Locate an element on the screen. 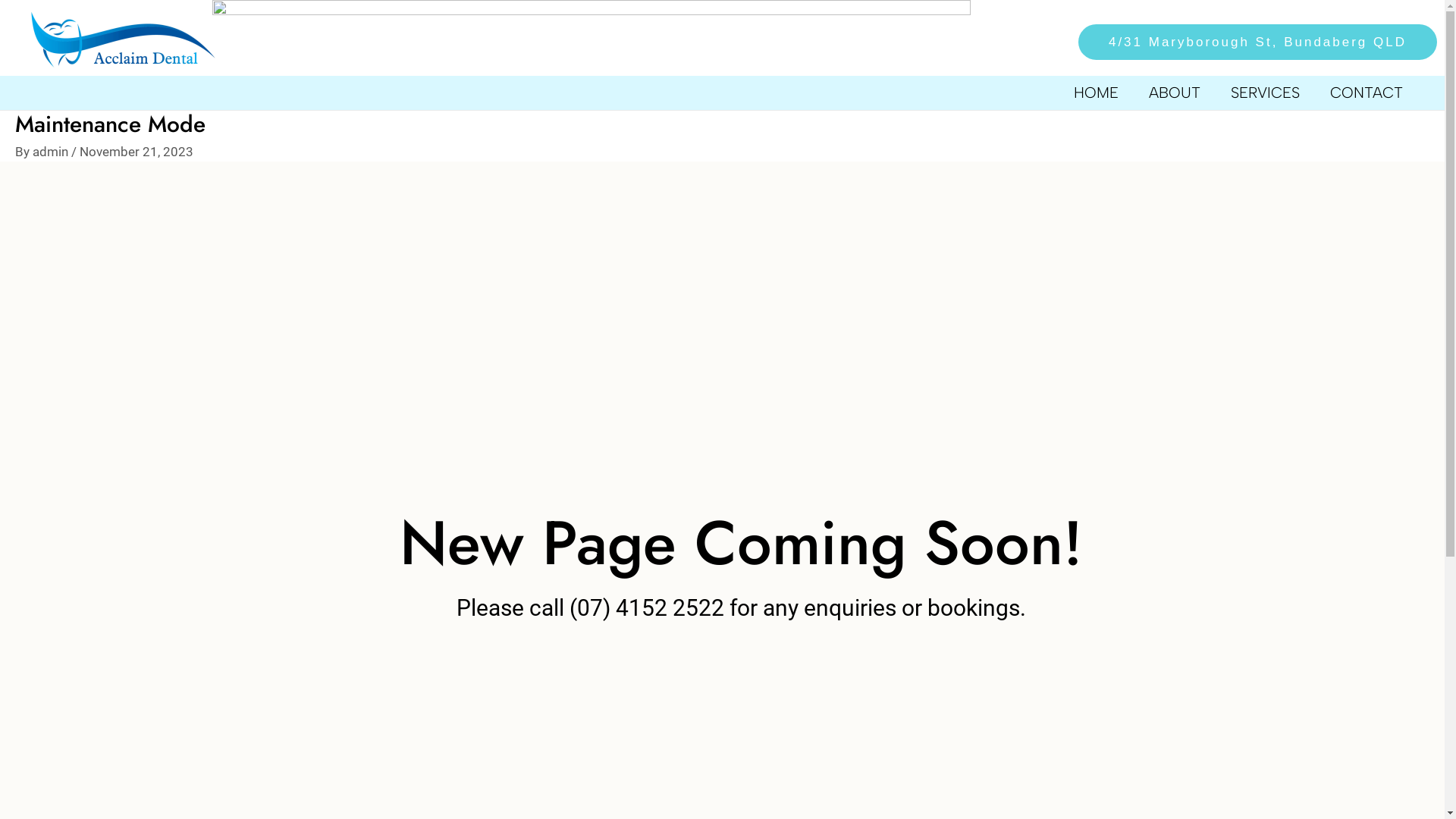 Image resolution: width=1456 pixels, height=819 pixels. '4/31 Maryborough St, Bundaberg QLD' is located at coordinates (1248, 41).